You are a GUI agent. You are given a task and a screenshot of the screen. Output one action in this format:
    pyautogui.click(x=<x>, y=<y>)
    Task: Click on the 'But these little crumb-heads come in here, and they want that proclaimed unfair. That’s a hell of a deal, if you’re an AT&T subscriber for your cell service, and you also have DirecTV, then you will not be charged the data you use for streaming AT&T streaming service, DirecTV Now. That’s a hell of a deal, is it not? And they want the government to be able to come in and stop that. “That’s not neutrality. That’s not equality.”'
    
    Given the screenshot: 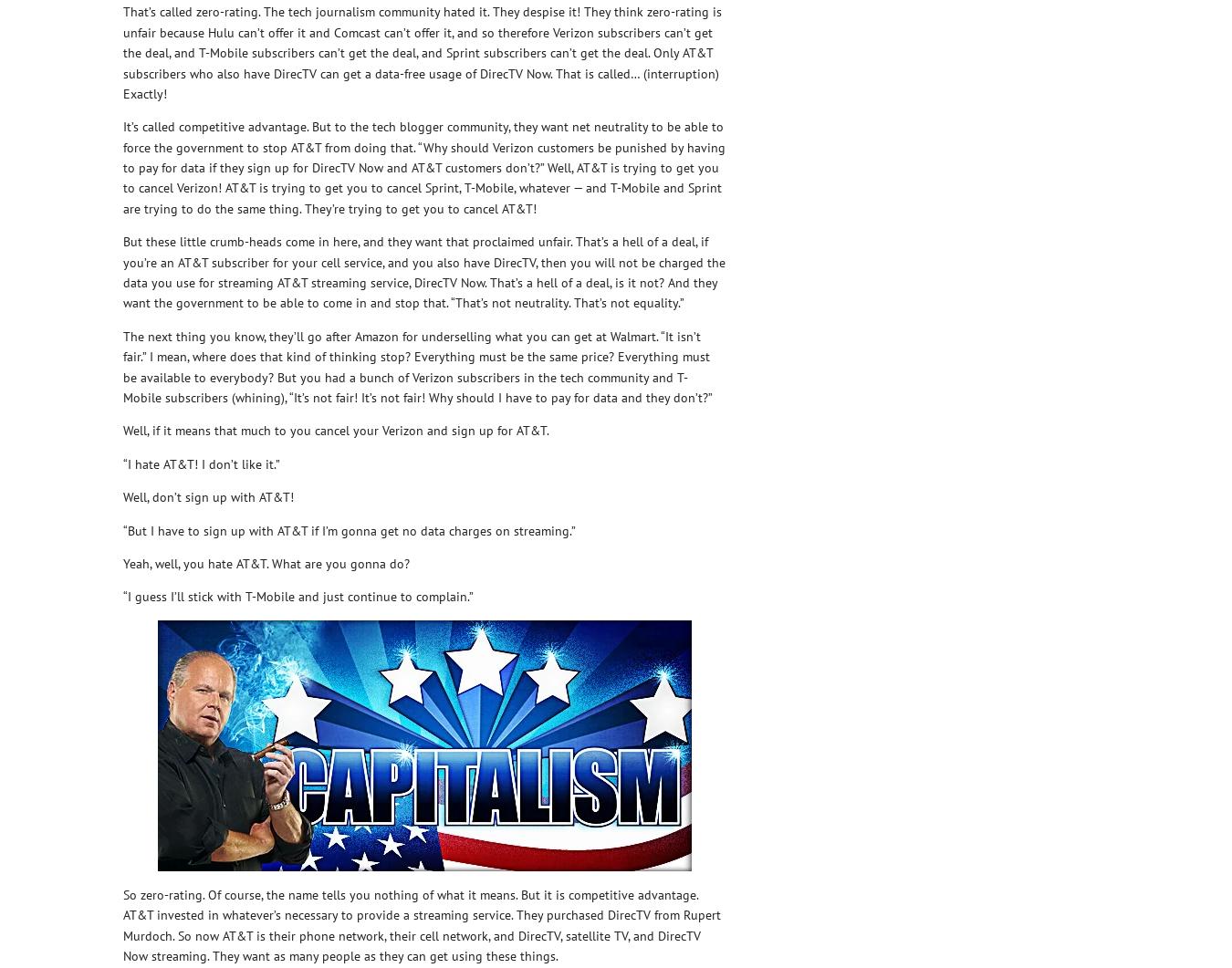 What is the action you would take?
    pyautogui.click(x=423, y=271)
    